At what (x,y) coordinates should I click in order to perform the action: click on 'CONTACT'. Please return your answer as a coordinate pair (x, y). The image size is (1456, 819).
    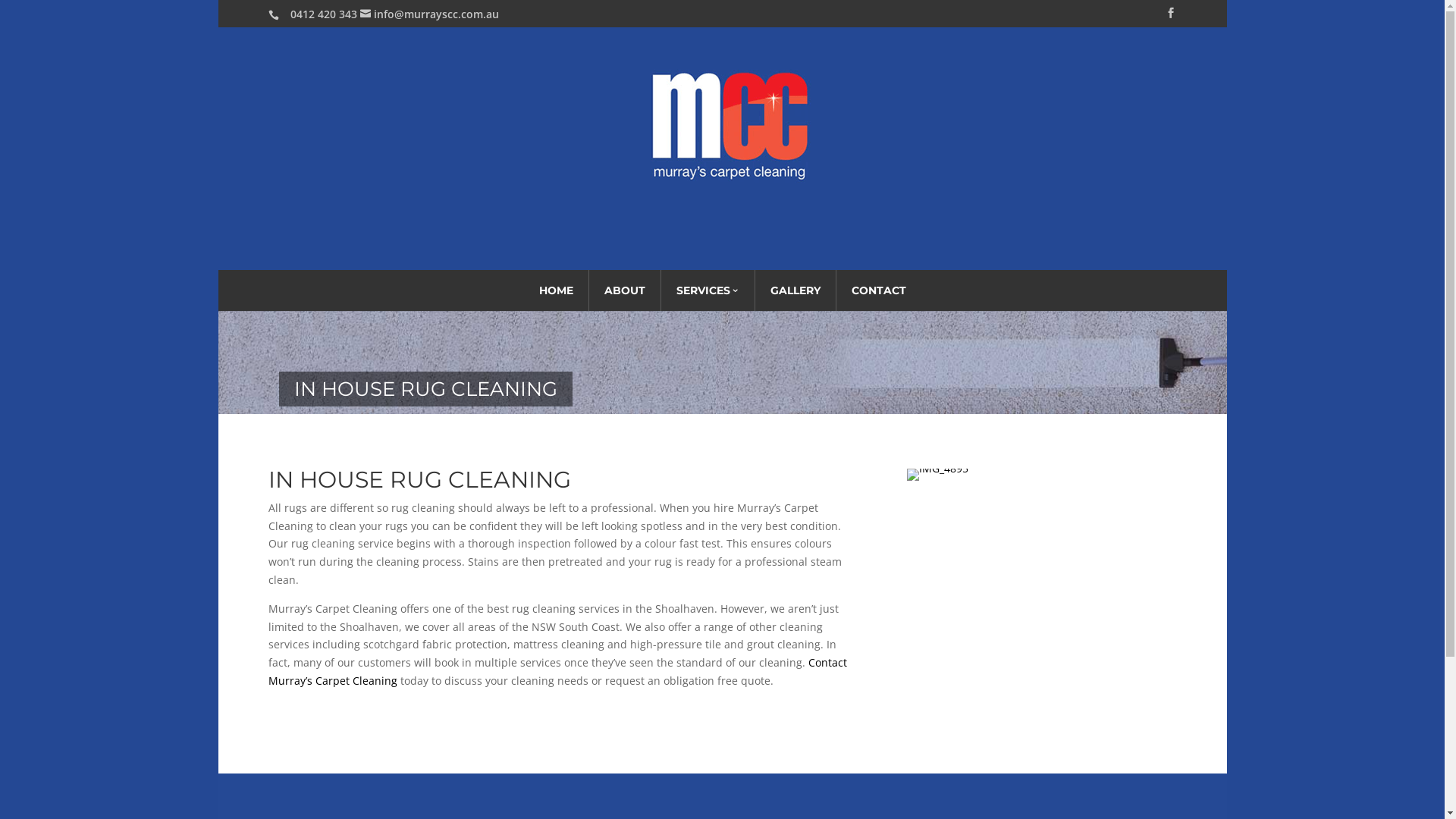
    Looking at the image, I should click on (877, 290).